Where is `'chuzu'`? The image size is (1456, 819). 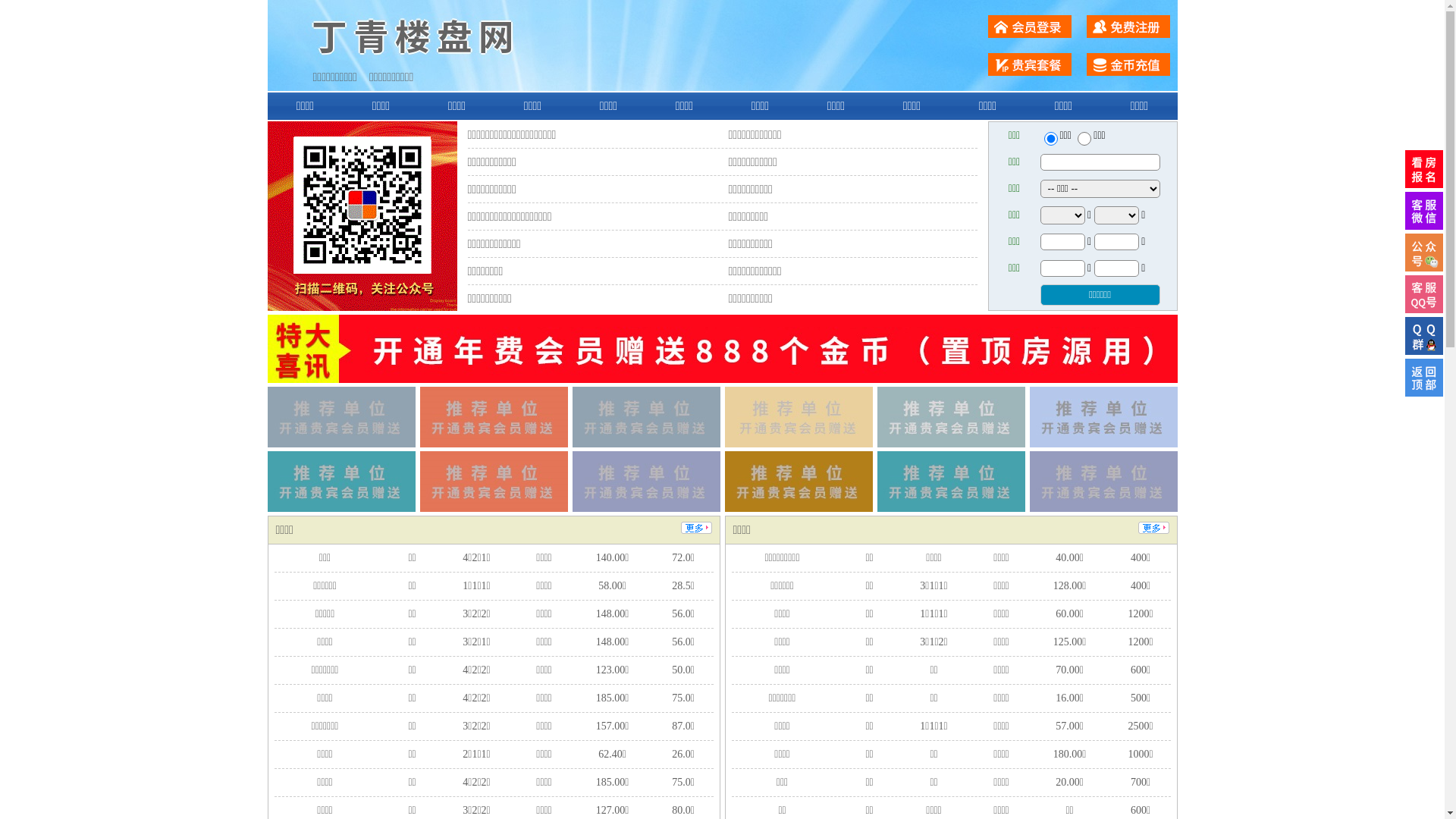 'chuzu' is located at coordinates (1084, 138).